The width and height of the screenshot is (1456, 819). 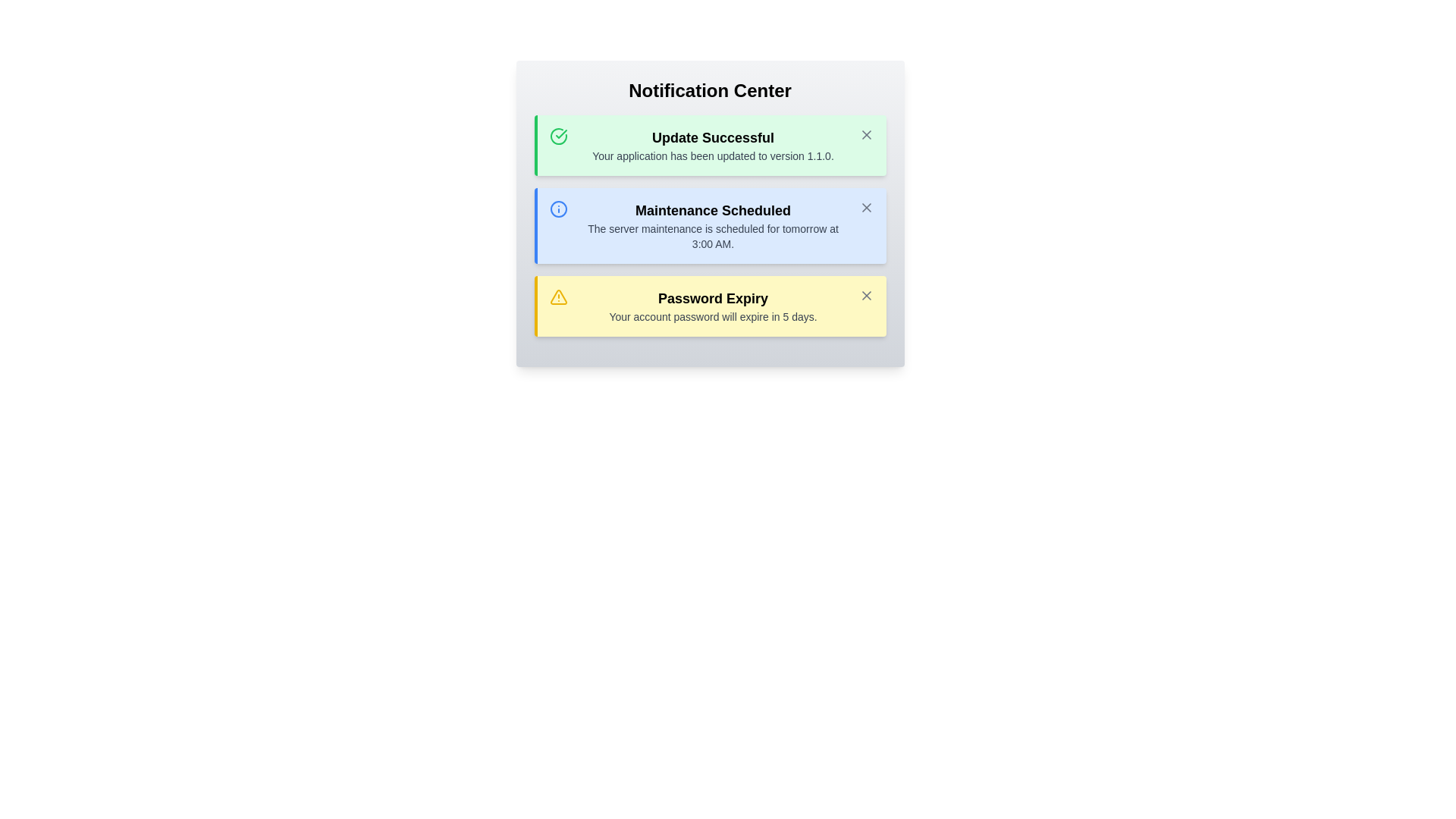 I want to click on the close button icon located on the right-hand side of the 'Maintenance Scheduled' notification card in the Notification Center, so click(x=866, y=207).